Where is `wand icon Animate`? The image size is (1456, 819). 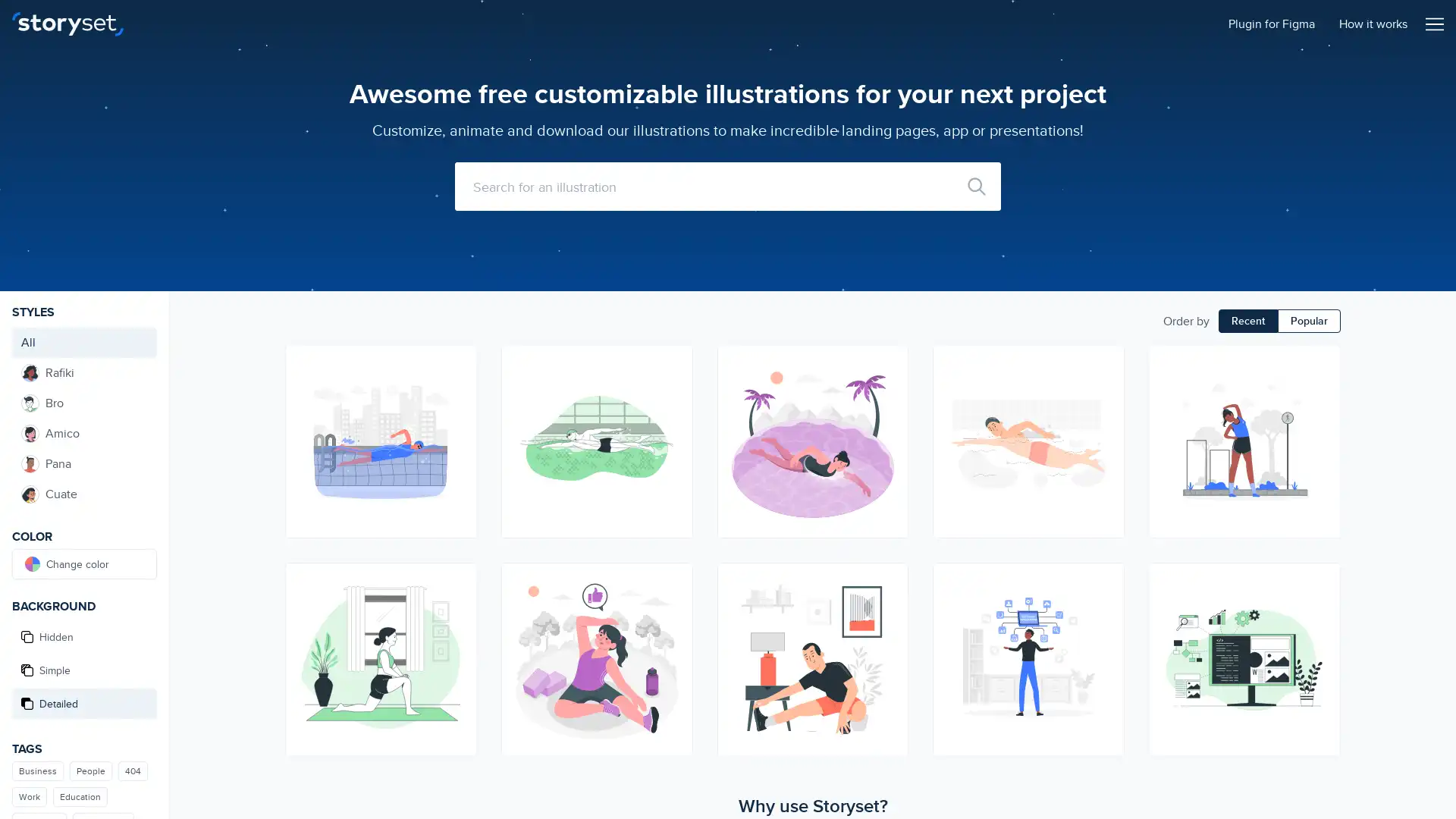
wand icon Animate is located at coordinates (889, 363).